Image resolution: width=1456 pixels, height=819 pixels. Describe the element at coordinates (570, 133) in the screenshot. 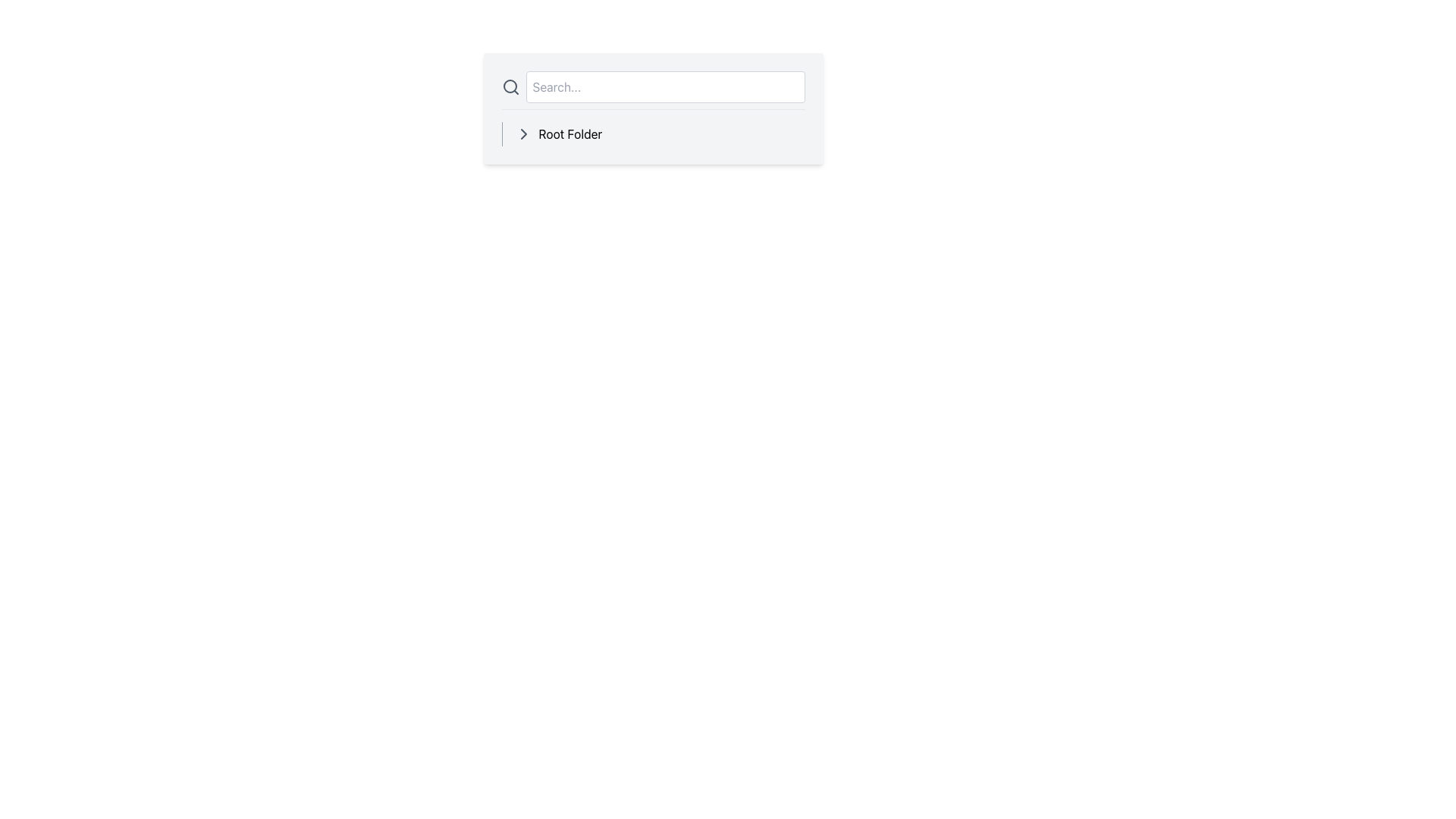

I see `the text label 'Root Folder'` at that location.